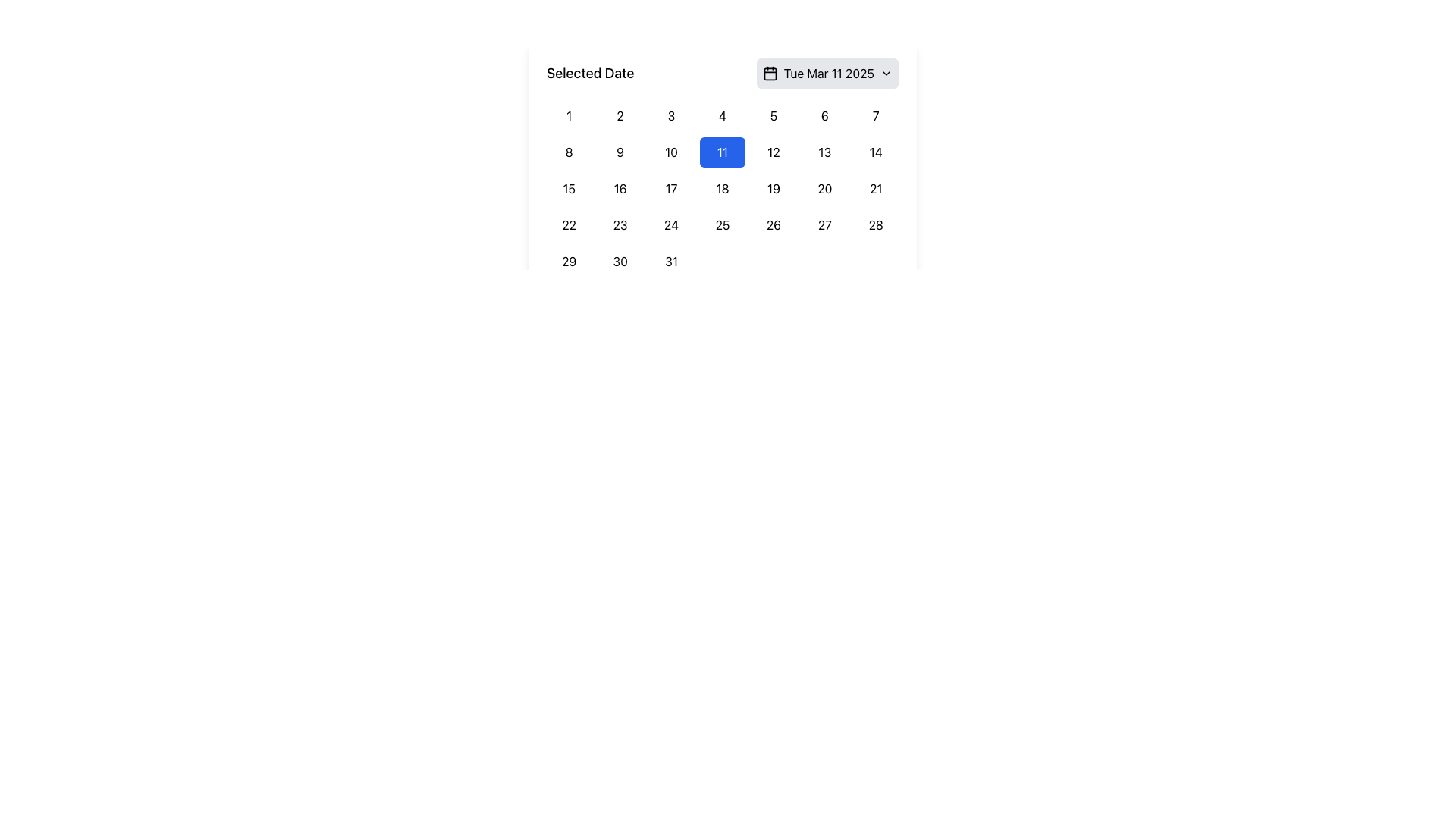  Describe the element at coordinates (773, 188) in the screenshot. I see `the button displaying '19' in the calendar grid` at that location.